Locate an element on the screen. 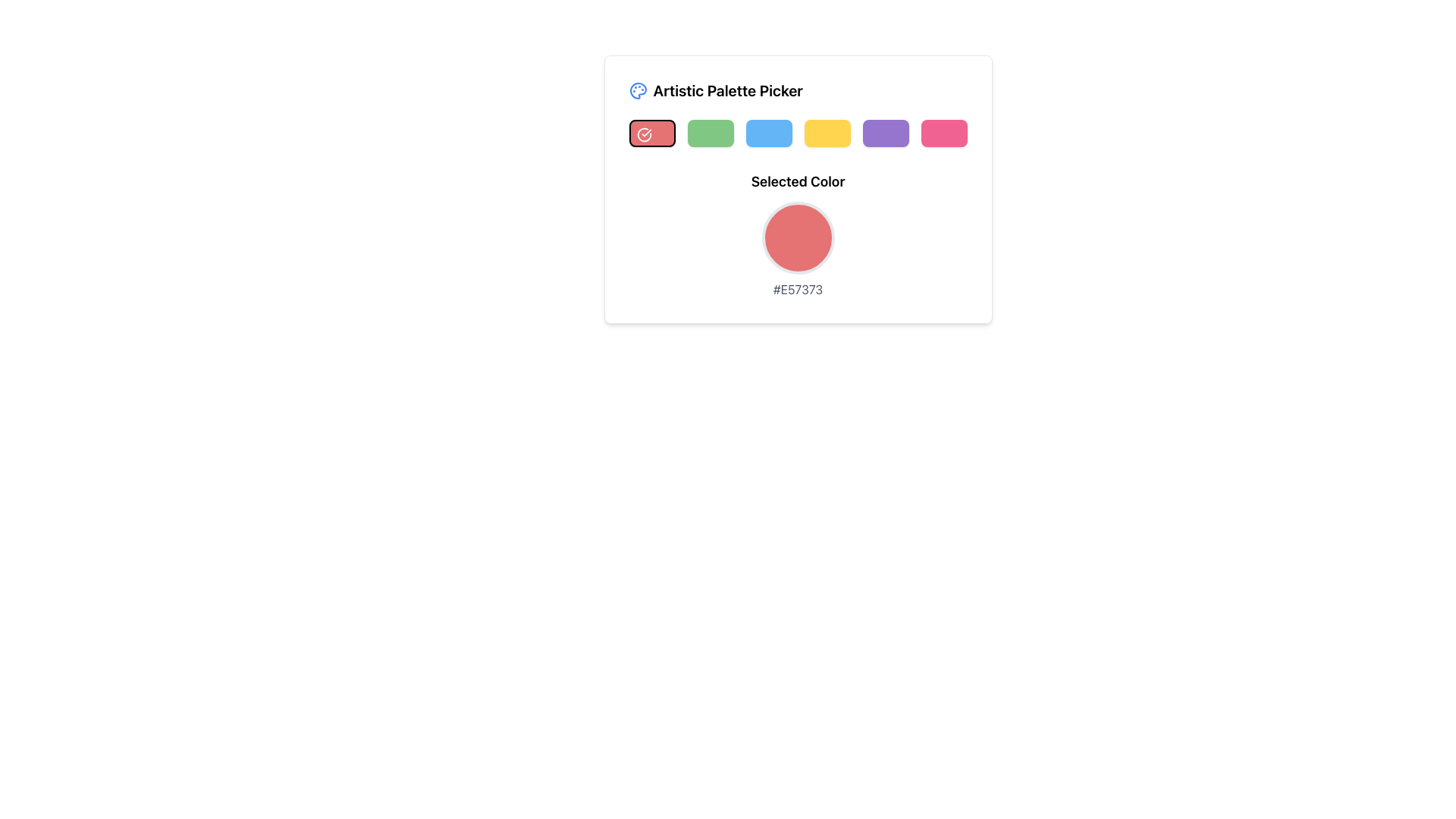 This screenshot has width=1456, height=819. the color palette selector located in the upper section of the 'Artistic Palette Picker' card is located at coordinates (797, 133).